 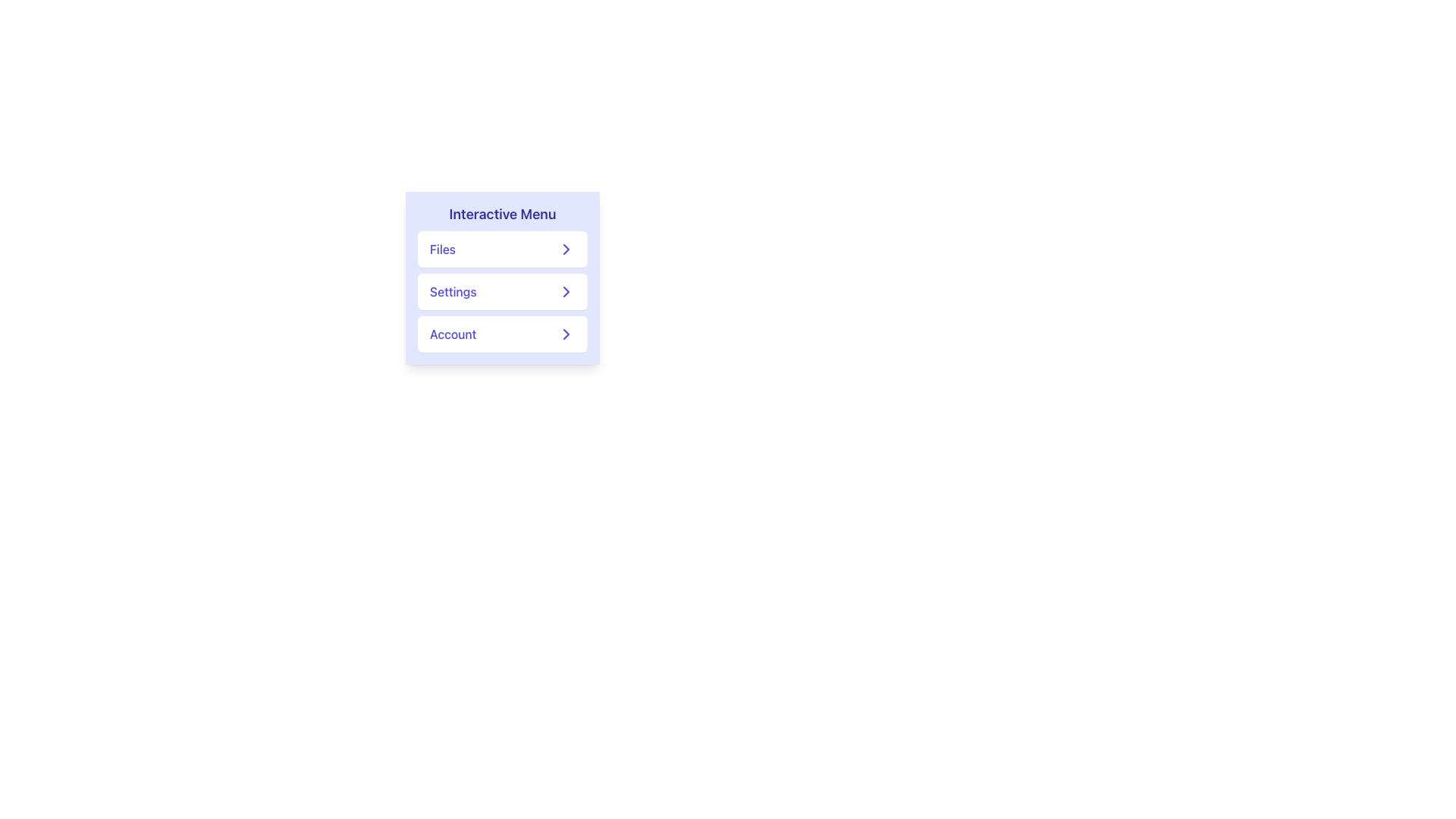 I want to click on the 'Settings' button, which is the second item in a vertical stack of three menu options, located centrally in its column, so click(x=502, y=292).